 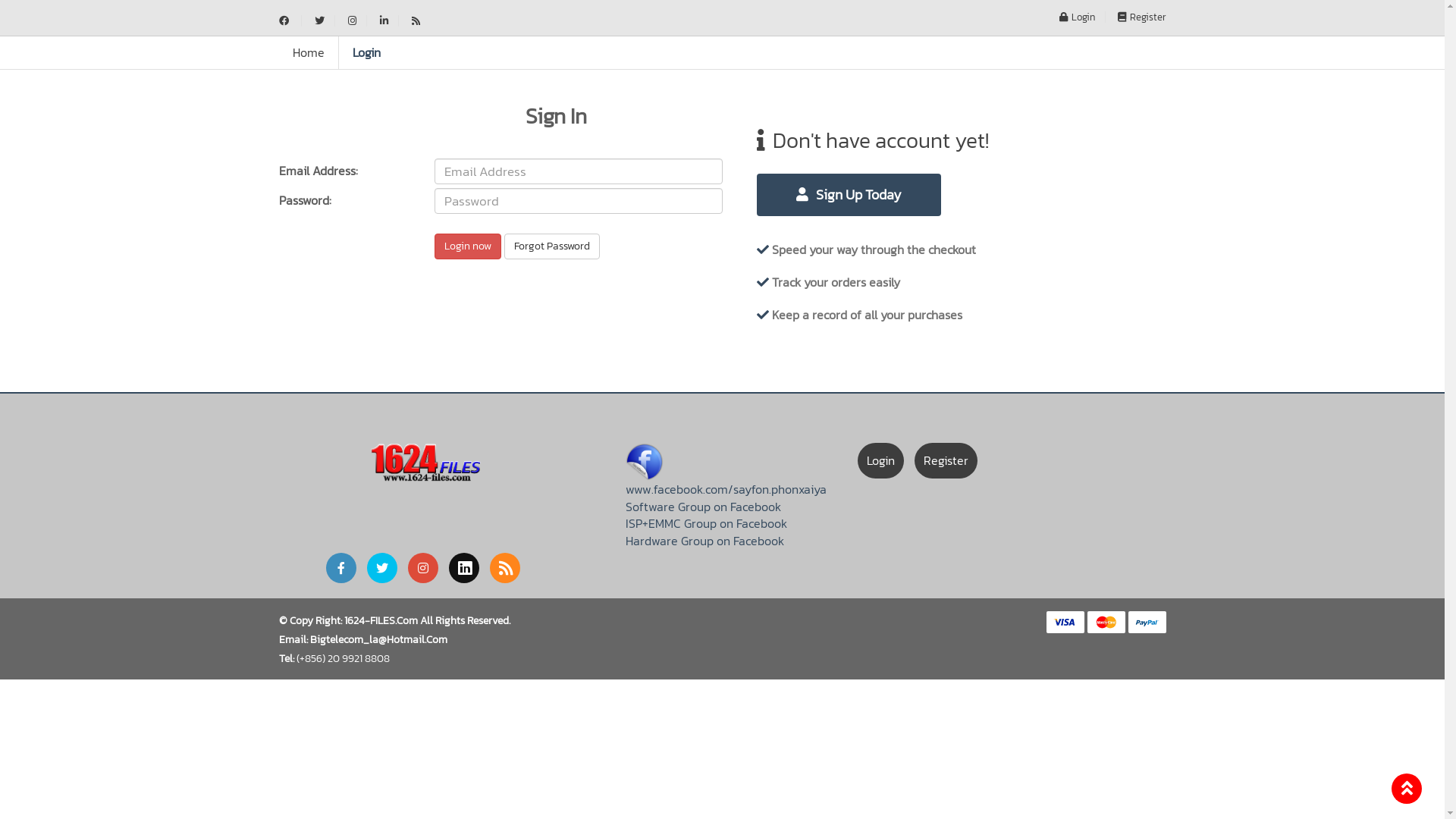 What do you see at coordinates (381, 620) in the screenshot?
I see `'1624-FILES.Com'` at bounding box center [381, 620].